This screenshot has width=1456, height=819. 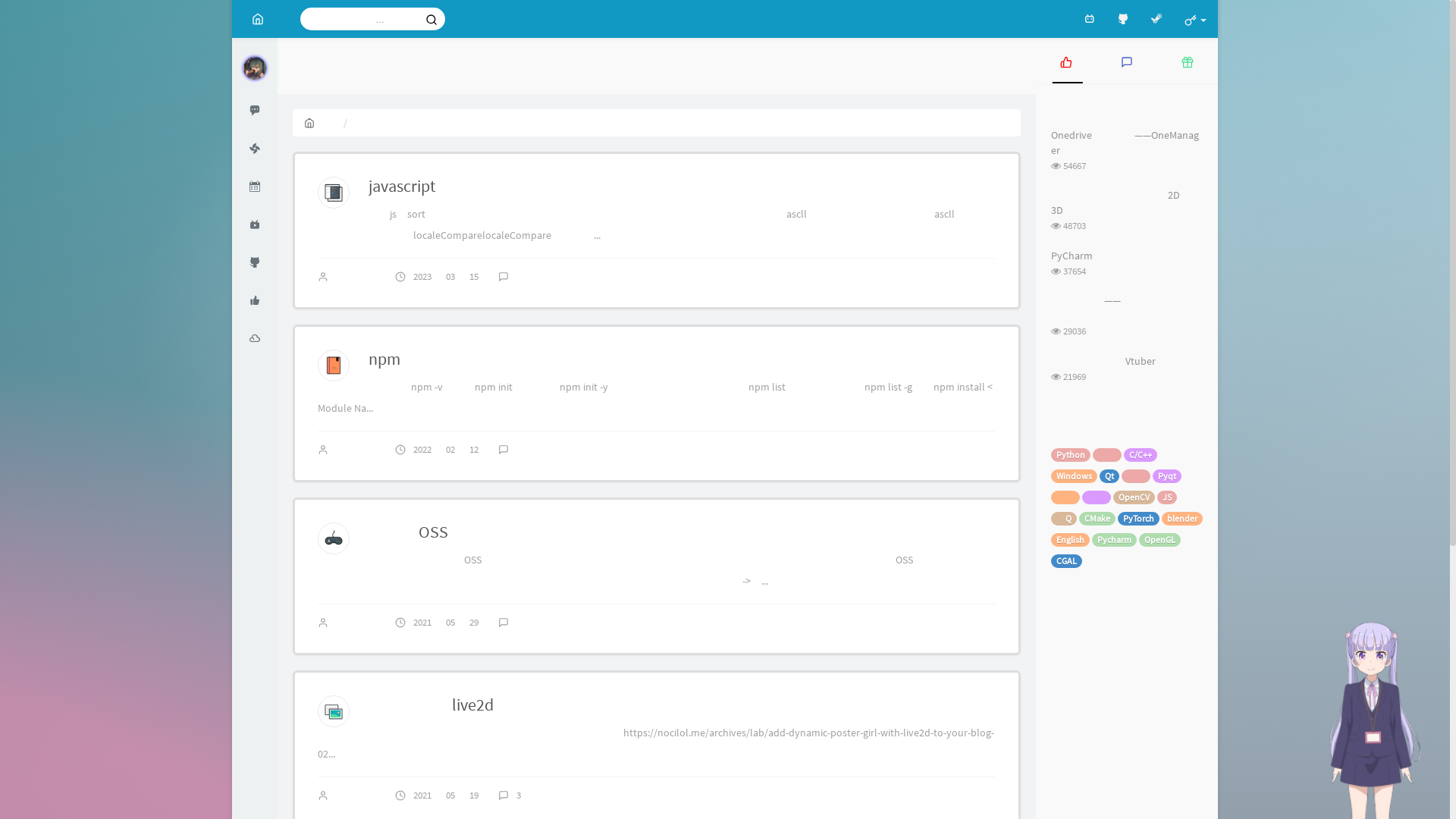 What do you see at coordinates (1166, 475) in the screenshot?
I see `'Pyqt'` at bounding box center [1166, 475].